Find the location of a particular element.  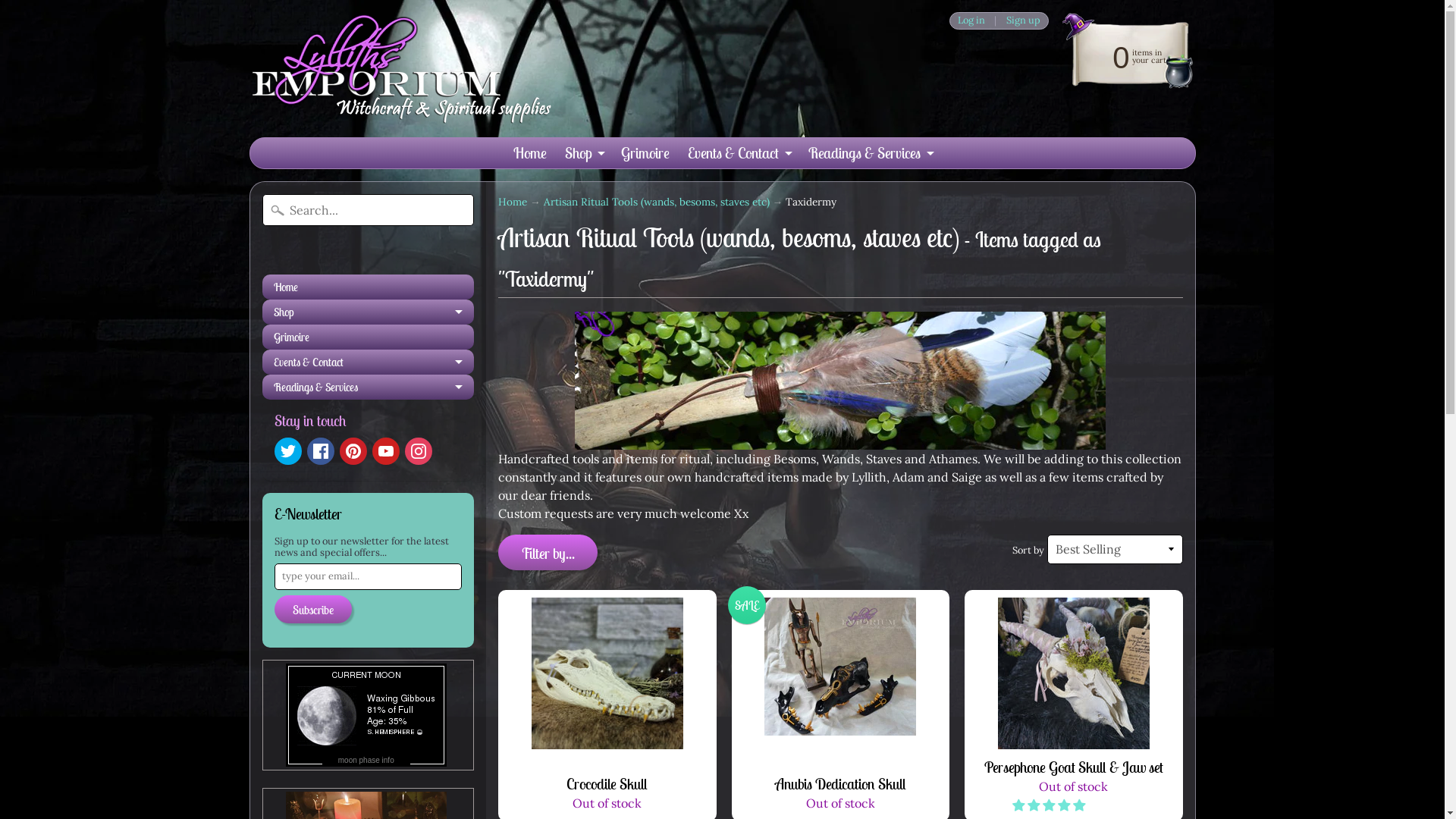

'Readings & Services' is located at coordinates (870, 152).